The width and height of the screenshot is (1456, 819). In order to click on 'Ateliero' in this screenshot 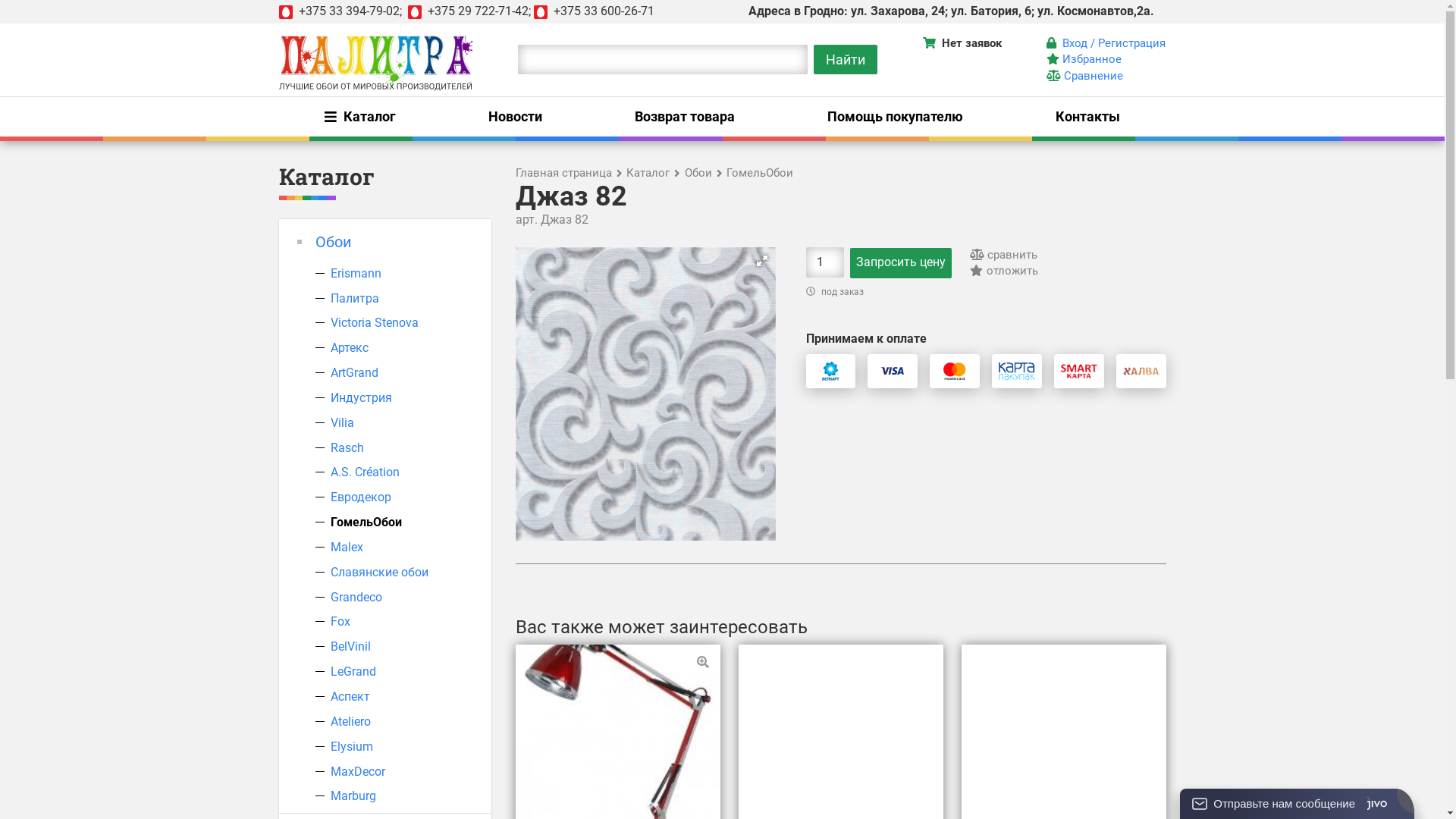, I will do `click(350, 720)`.